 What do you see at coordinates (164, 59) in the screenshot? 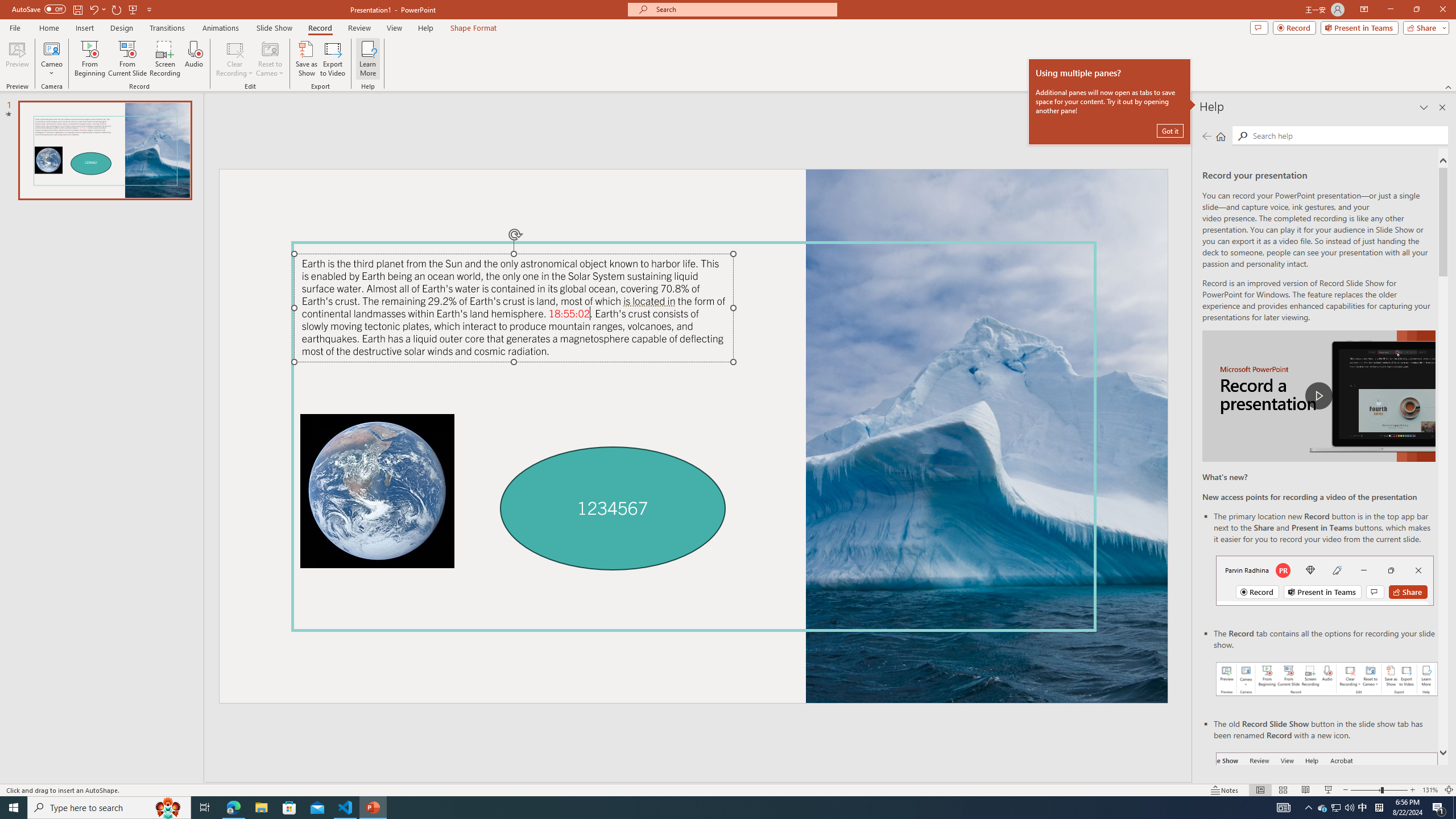
I see `'Screen Recording'` at bounding box center [164, 59].